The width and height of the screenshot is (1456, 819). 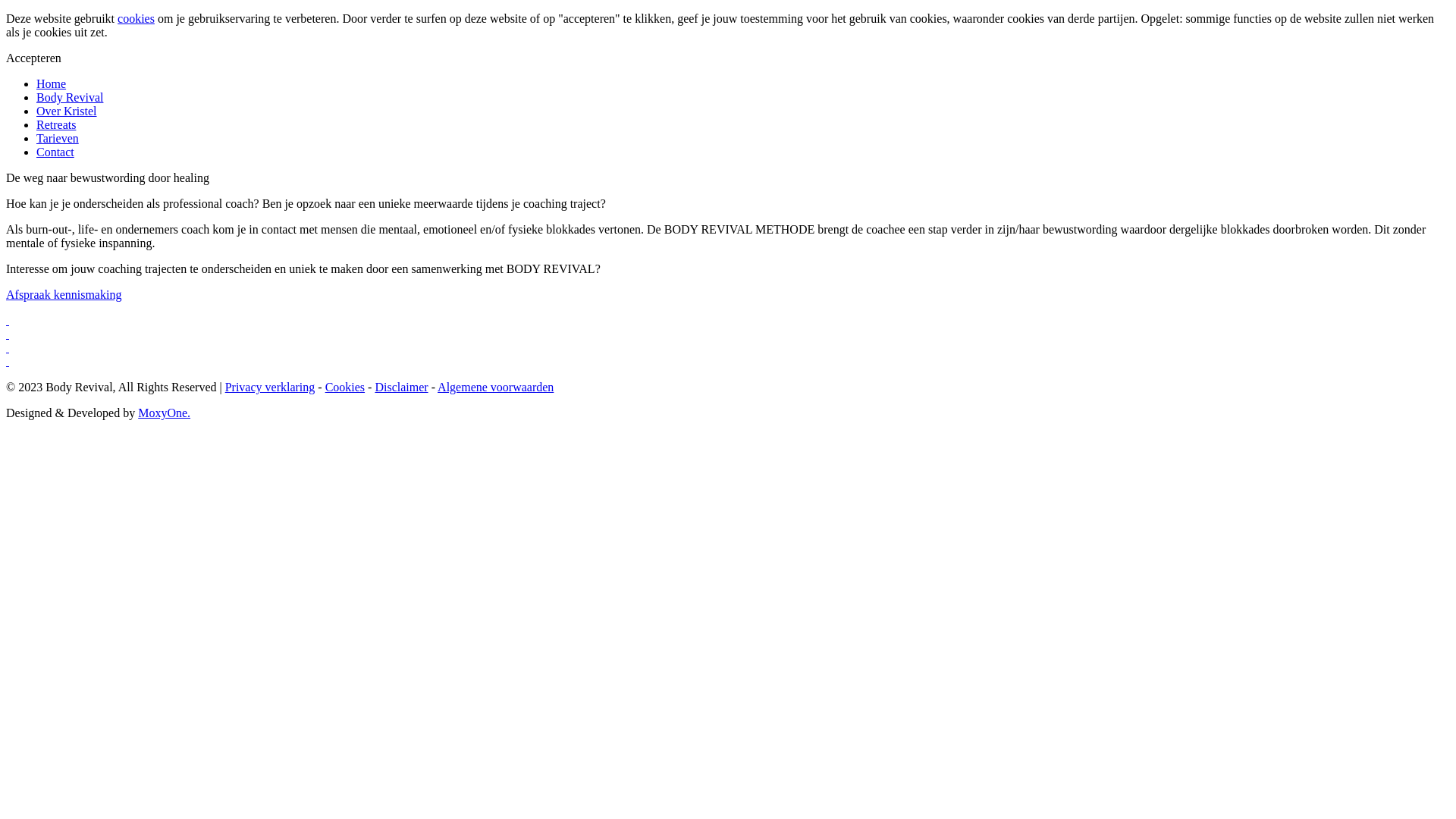 I want to click on 'Contact', so click(x=55, y=152).